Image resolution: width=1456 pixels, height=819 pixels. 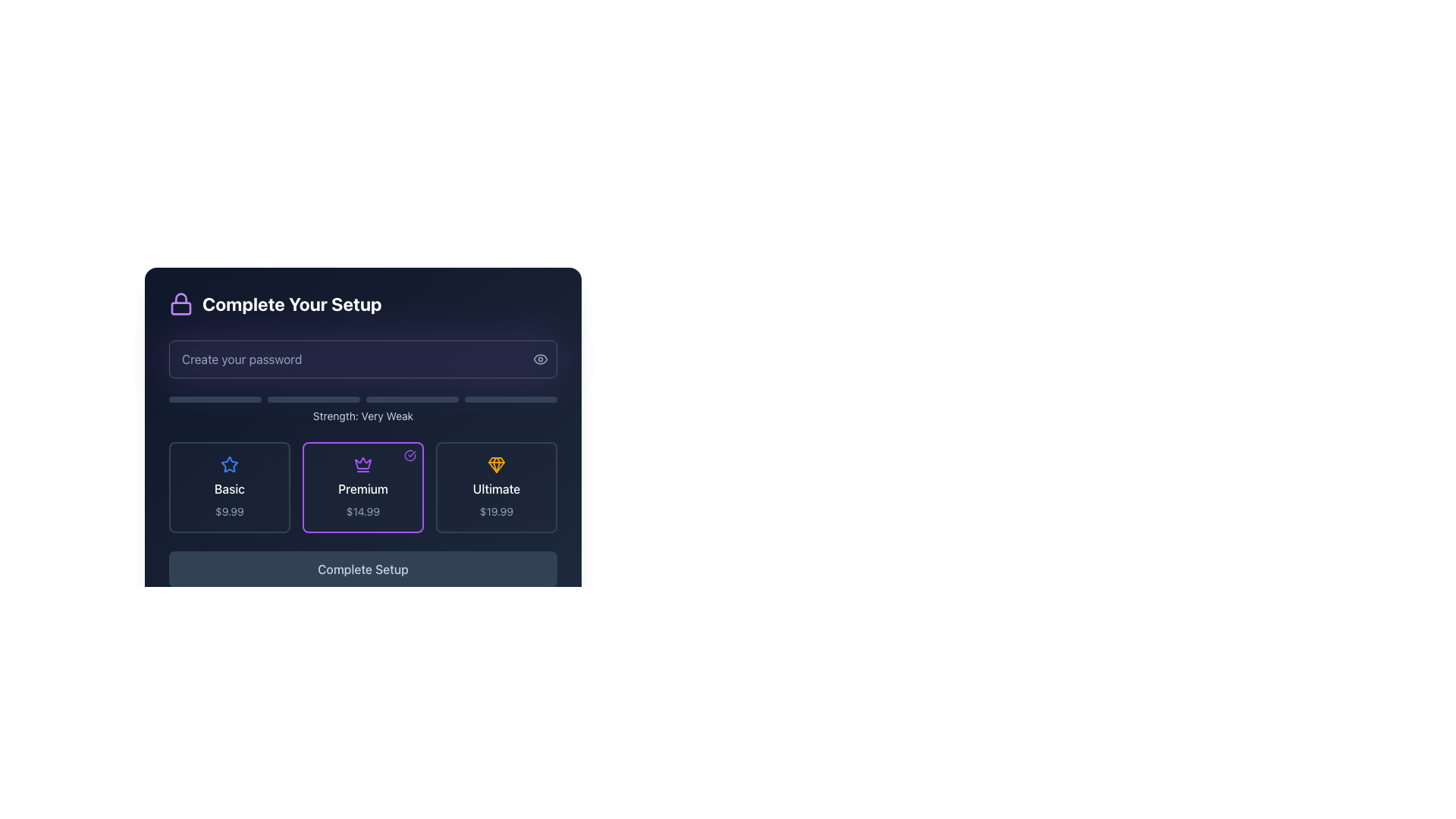 What do you see at coordinates (292, 304) in the screenshot?
I see `the Text Display element that serves as a headline for the setup process, located at the top-left section of the interface, above the password input field and next to the lock icon` at bounding box center [292, 304].